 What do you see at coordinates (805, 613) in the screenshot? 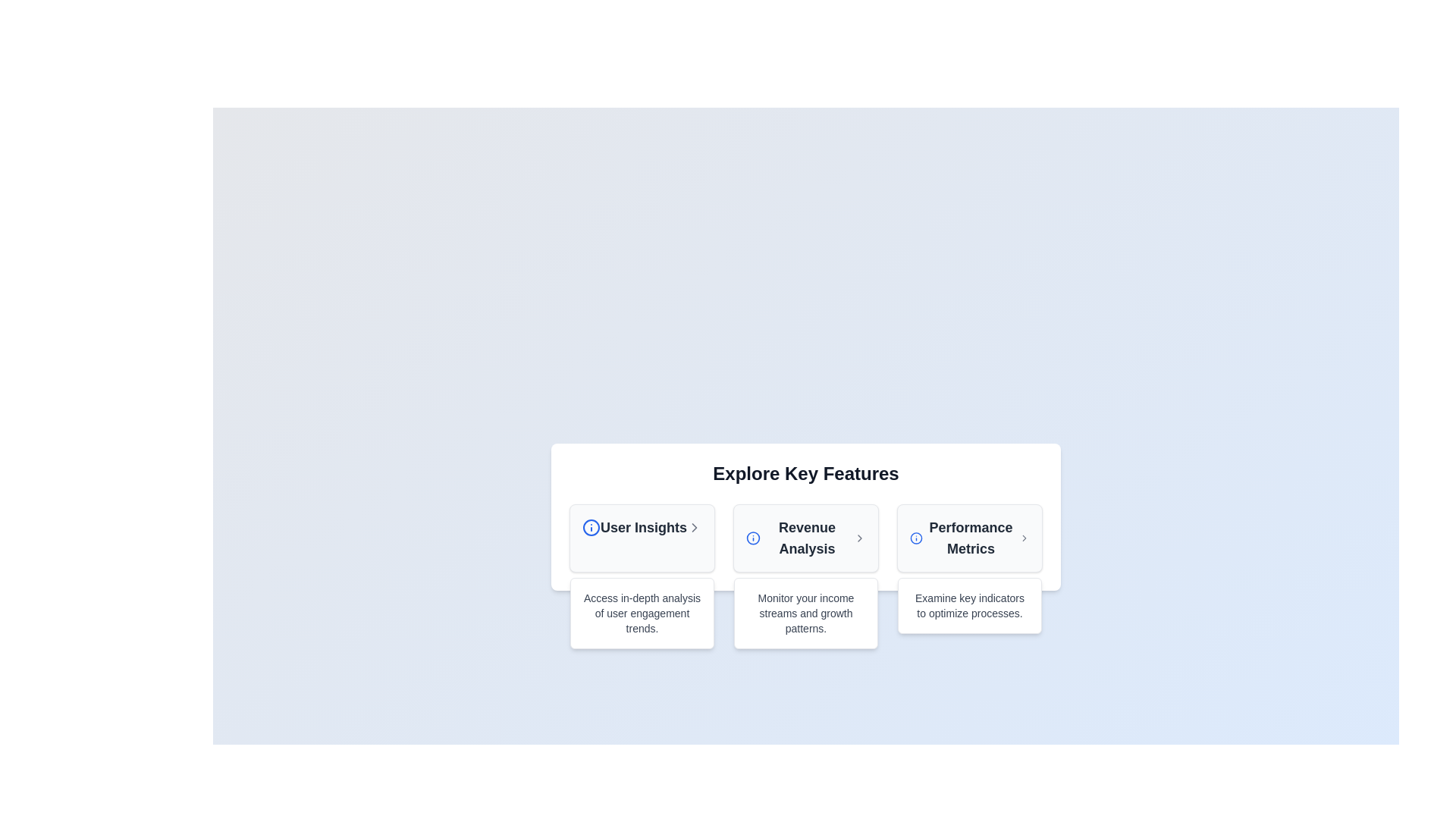
I see `descriptive text related to the 'Revenue Analysis' feature located in the third column under the heading 'Revenue Analysis' in the 'Explore Key Features' section` at bounding box center [805, 613].